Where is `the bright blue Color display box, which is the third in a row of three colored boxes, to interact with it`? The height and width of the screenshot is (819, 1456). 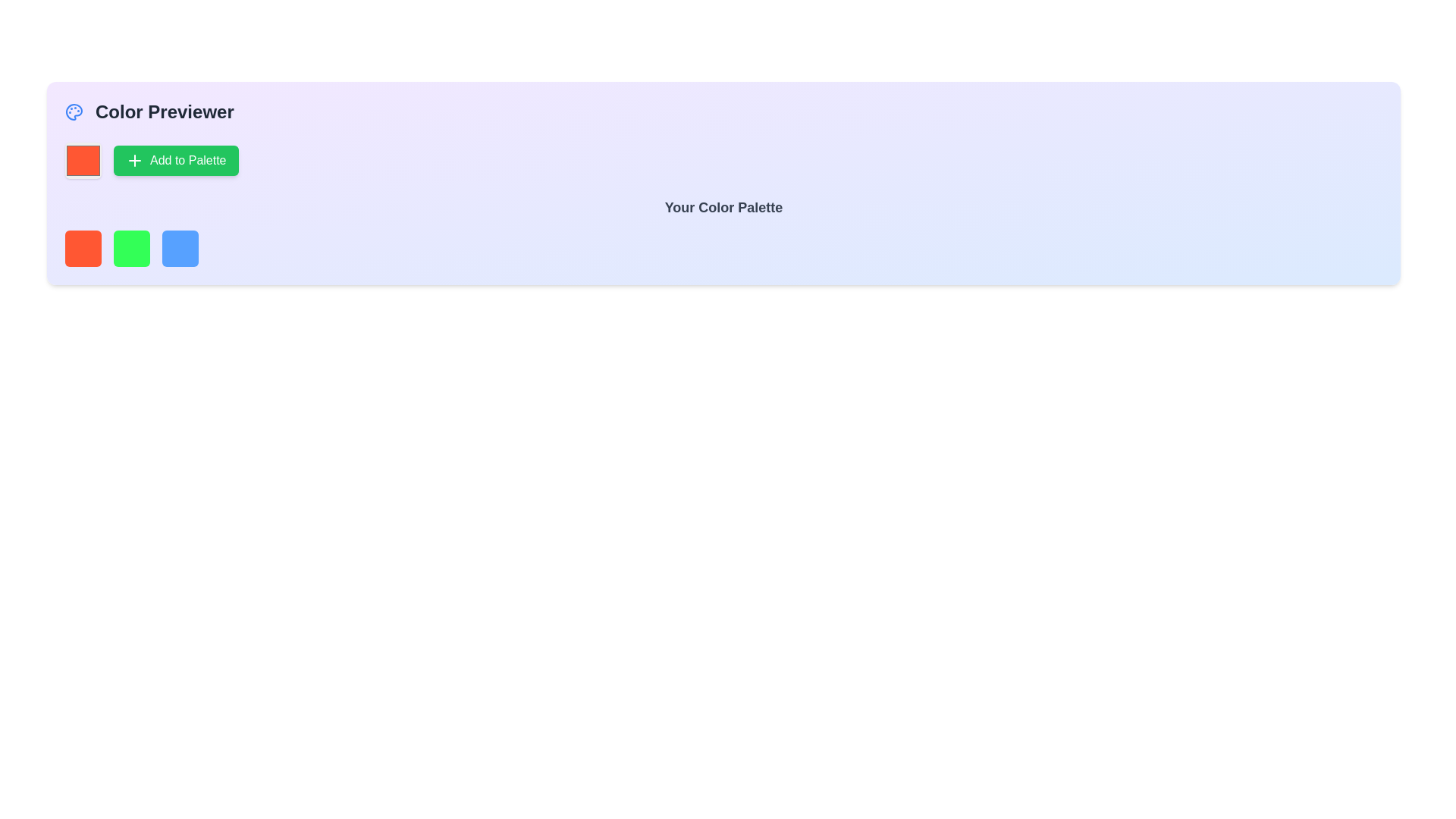
the bright blue Color display box, which is the third in a row of three colored boxes, to interact with it is located at coordinates (180, 247).